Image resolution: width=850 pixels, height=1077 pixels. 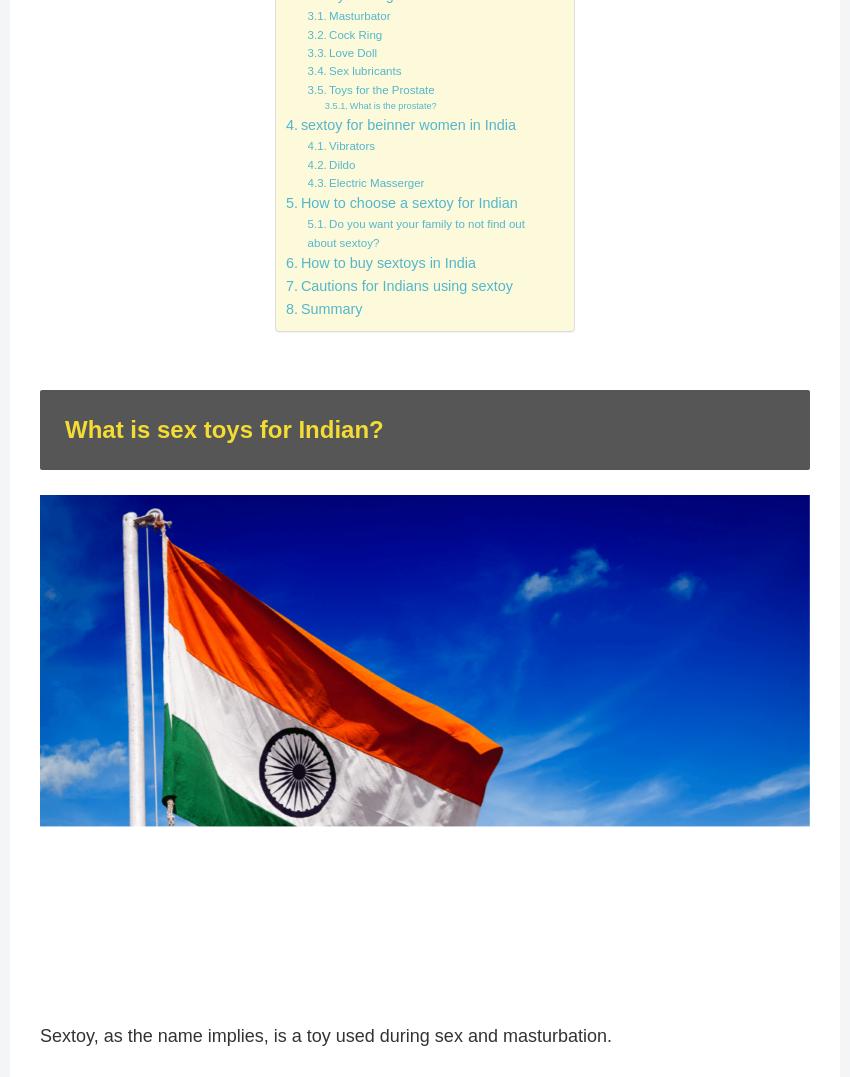 What do you see at coordinates (392, 104) in the screenshot?
I see `'What is the prostate?'` at bounding box center [392, 104].